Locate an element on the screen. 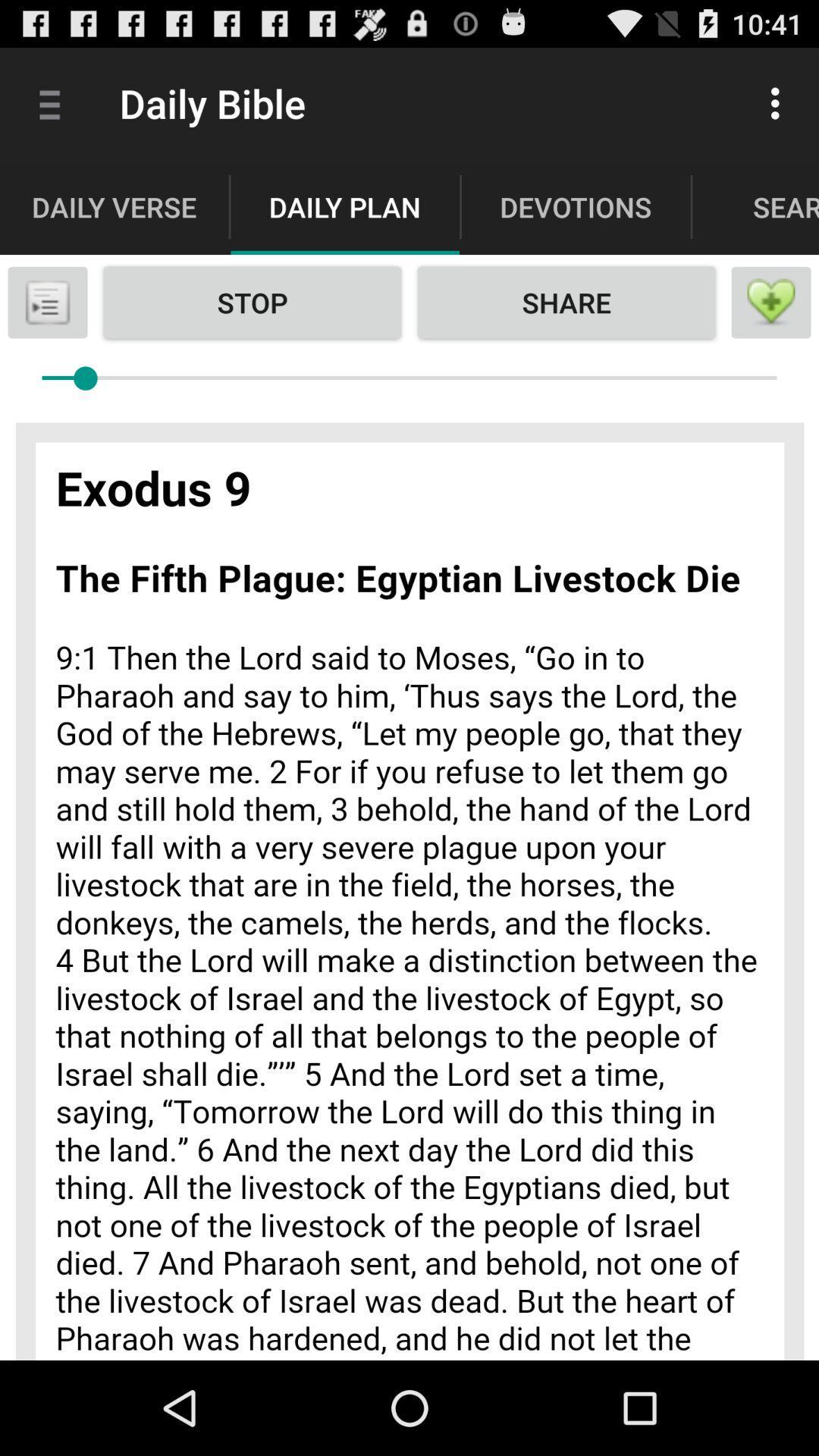 This screenshot has height=1456, width=819. menu page is located at coordinates (771, 302).